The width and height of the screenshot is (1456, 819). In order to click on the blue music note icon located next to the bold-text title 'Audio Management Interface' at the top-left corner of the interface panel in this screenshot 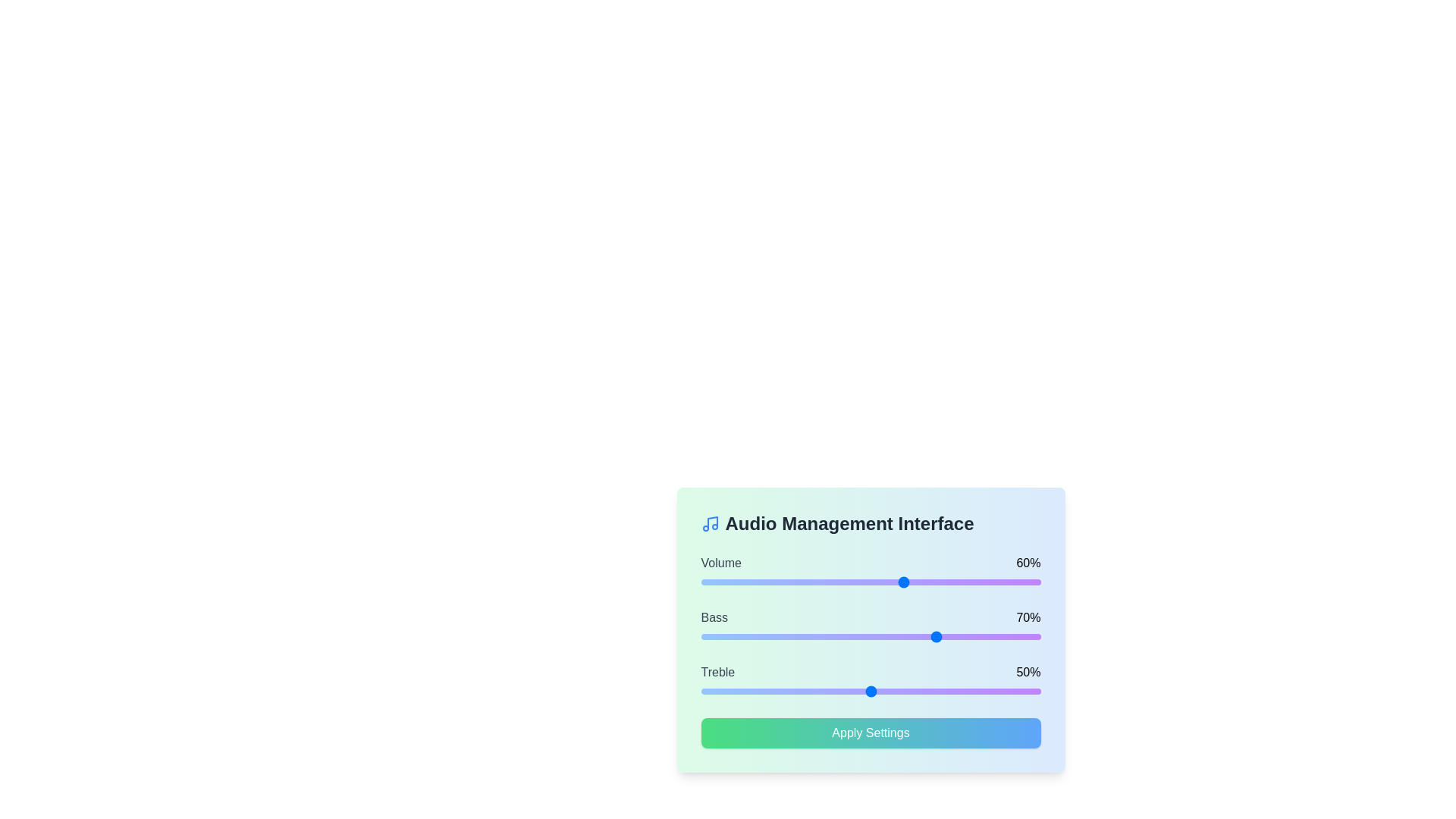, I will do `click(709, 522)`.